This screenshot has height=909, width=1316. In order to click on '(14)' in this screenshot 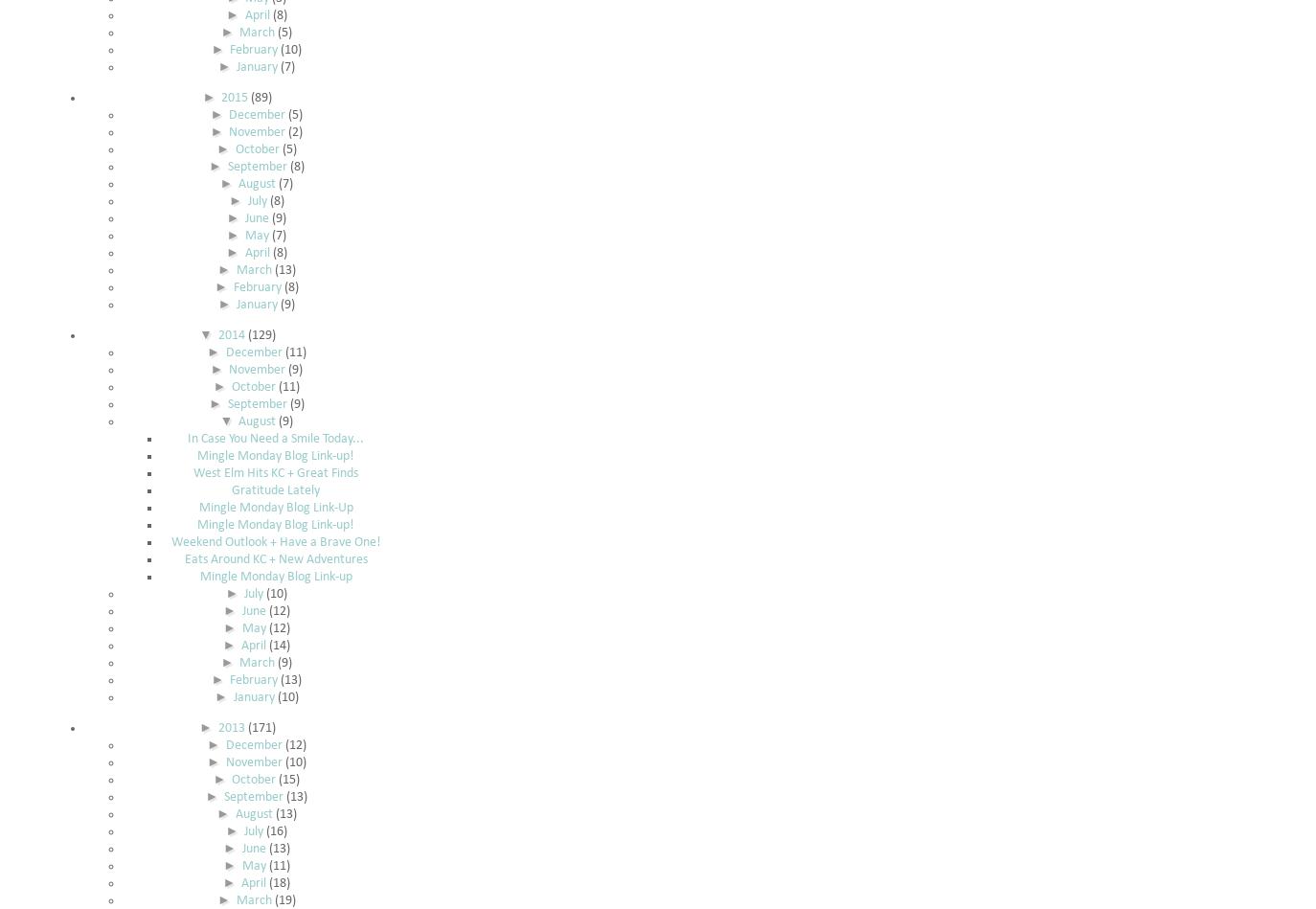, I will do `click(278, 646)`.